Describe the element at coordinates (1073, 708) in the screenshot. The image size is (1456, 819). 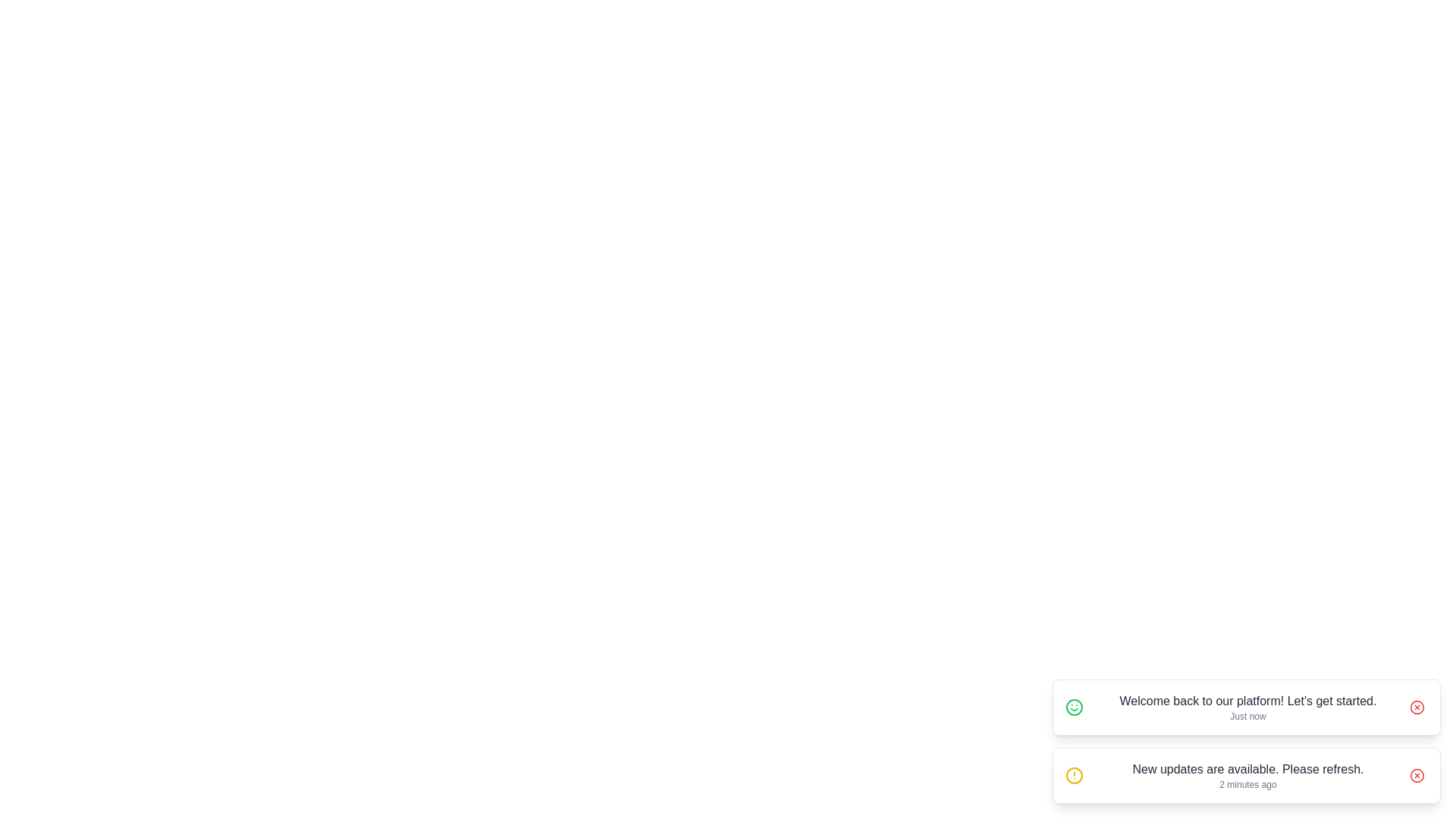
I see `the icon associated with Welcome back to our platform! Let's get started. to interact with it` at that location.